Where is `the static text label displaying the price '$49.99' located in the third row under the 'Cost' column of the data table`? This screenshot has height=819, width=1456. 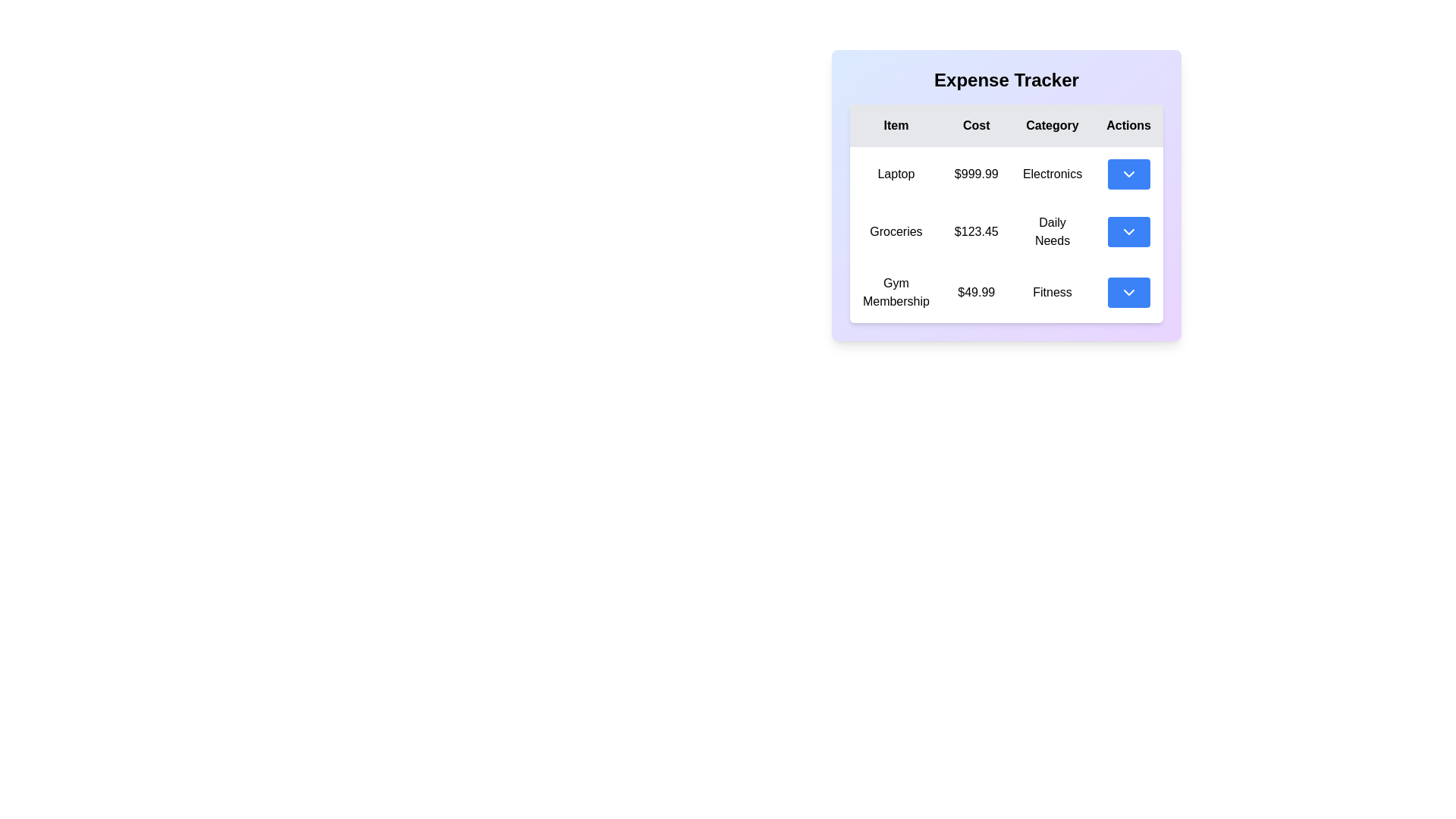 the static text label displaying the price '$49.99' located in the third row under the 'Cost' column of the data table is located at coordinates (976, 292).